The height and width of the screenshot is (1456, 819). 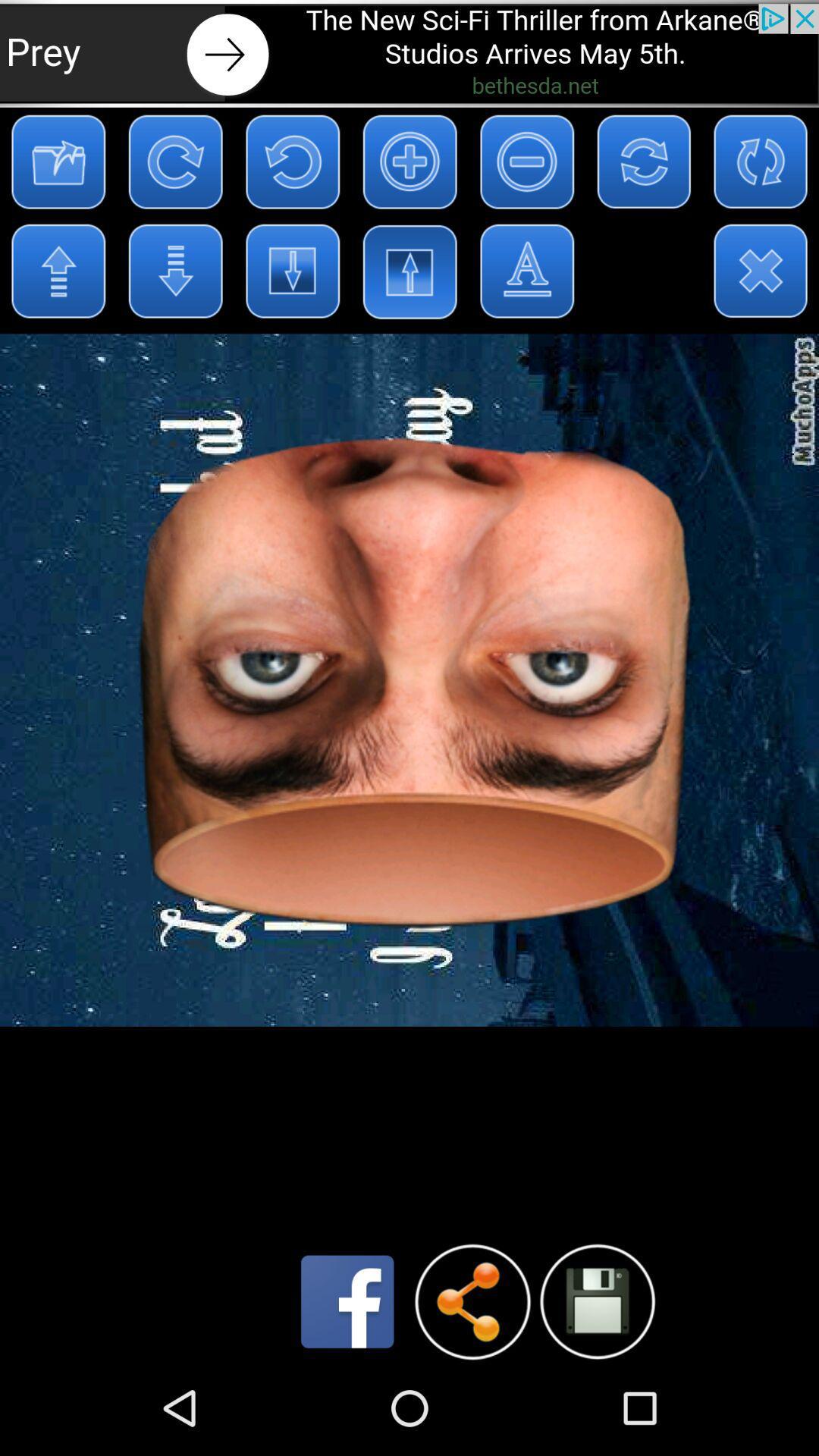 What do you see at coordinates (596, 1392) in the screenshot?
I see `the save icon` at bounding box center [596, 1392].